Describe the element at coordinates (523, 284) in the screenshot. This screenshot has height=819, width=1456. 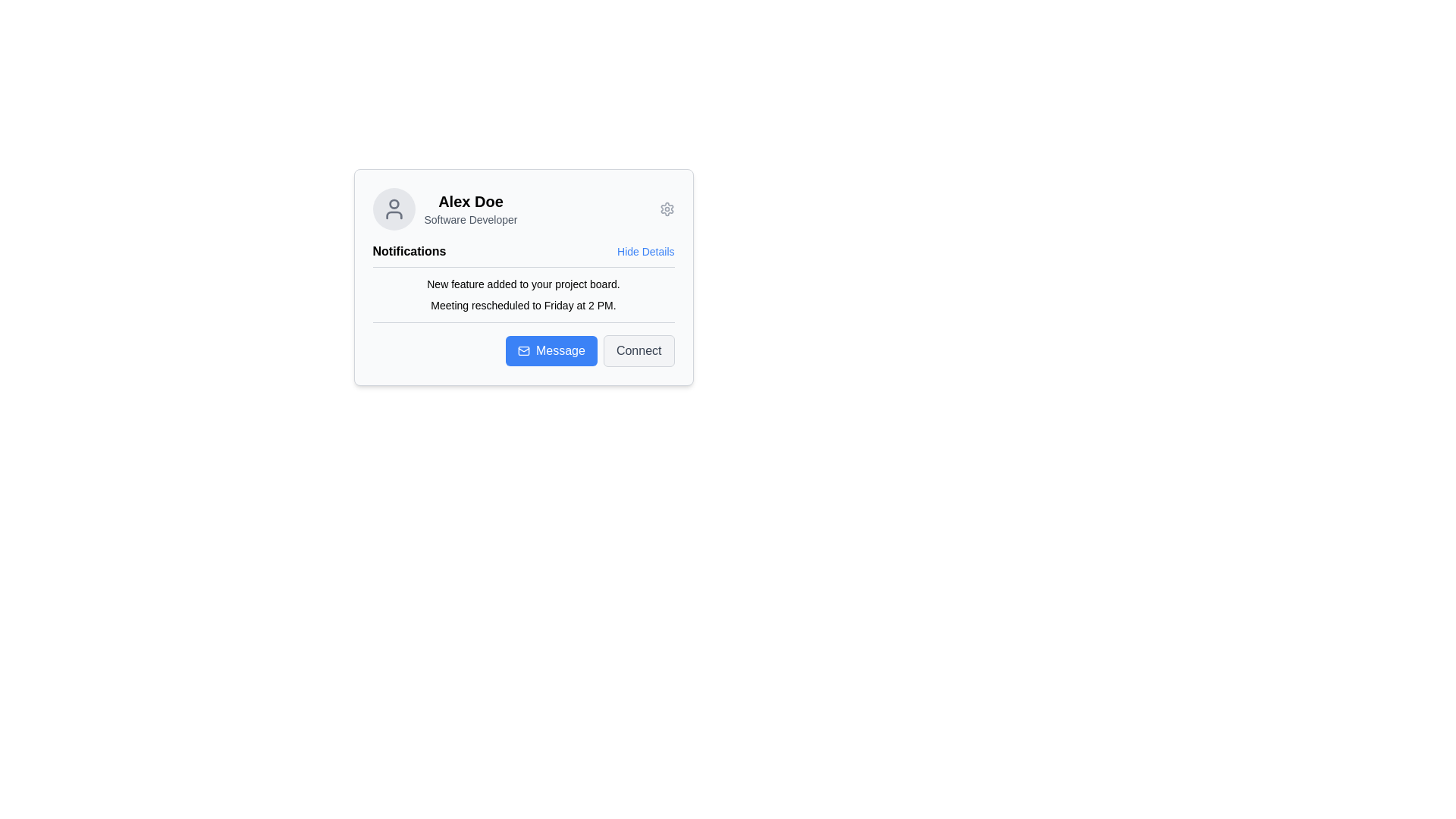
I see `the static text element that informs the user about a new feature on their project board, located at the top of the notification section` at that location.